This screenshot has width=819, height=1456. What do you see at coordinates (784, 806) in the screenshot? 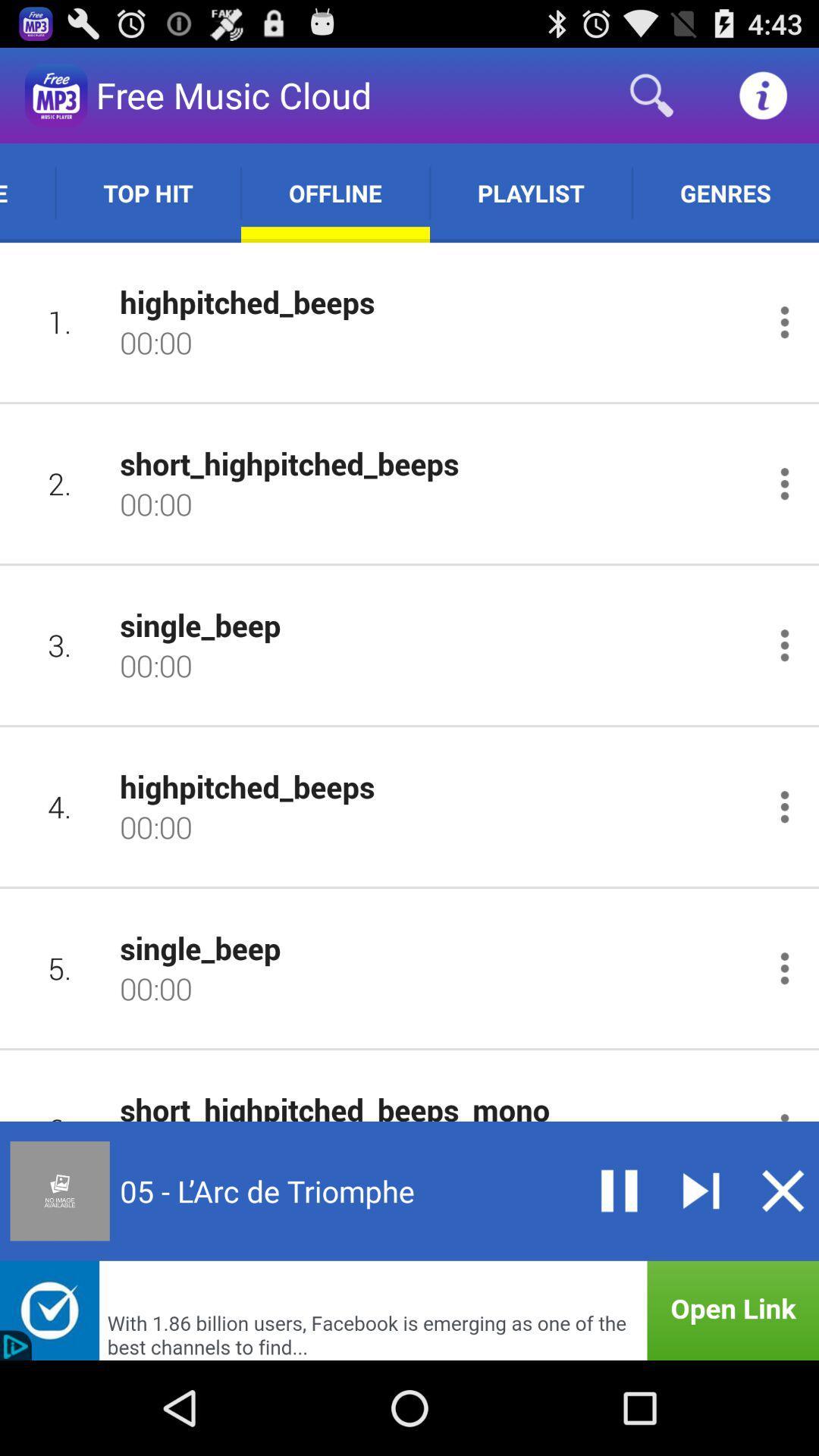
I see `options` at bounding box center [784, 806].